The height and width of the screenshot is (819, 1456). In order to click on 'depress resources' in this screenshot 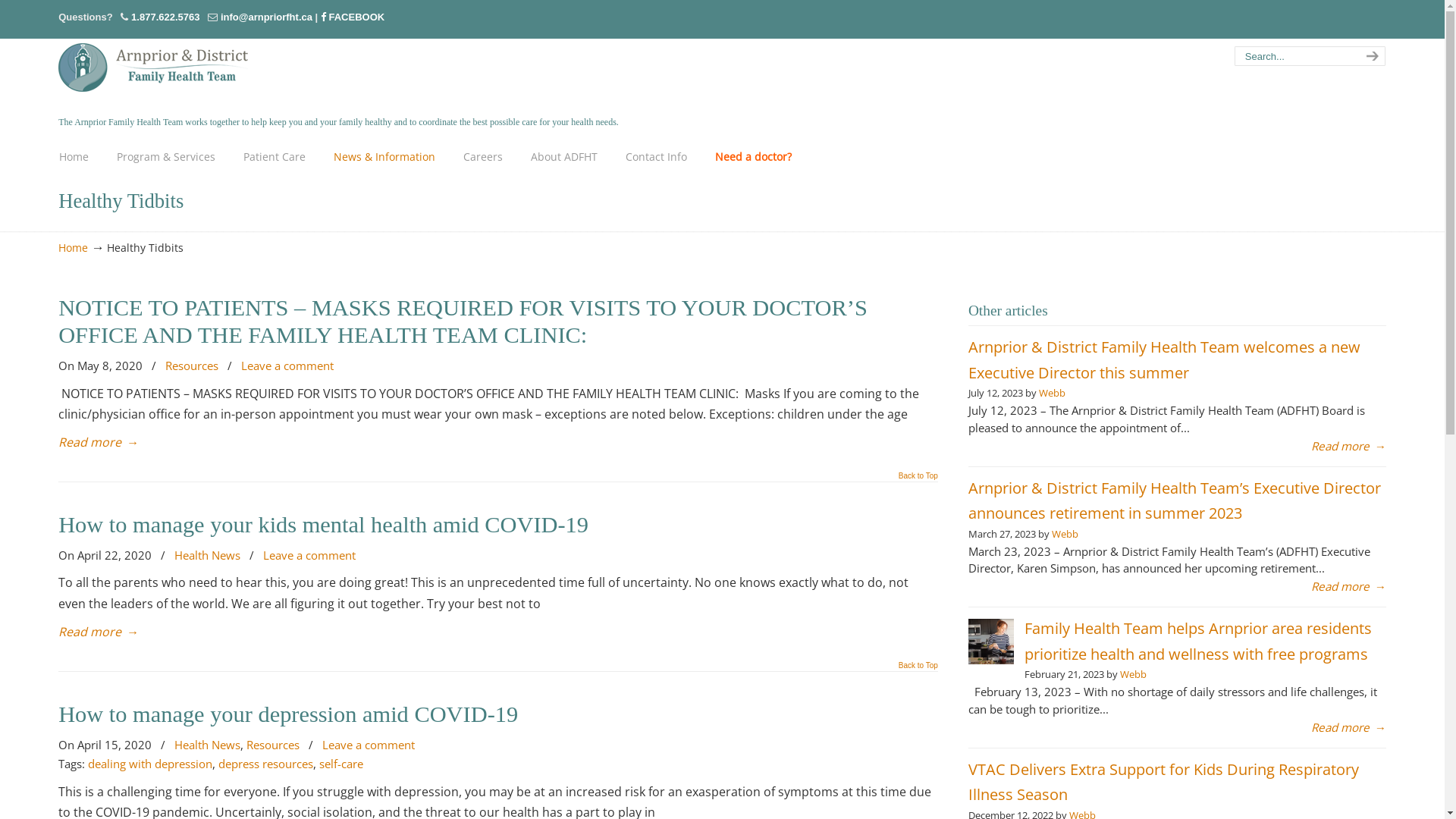, I will do `click(218, 764)`.